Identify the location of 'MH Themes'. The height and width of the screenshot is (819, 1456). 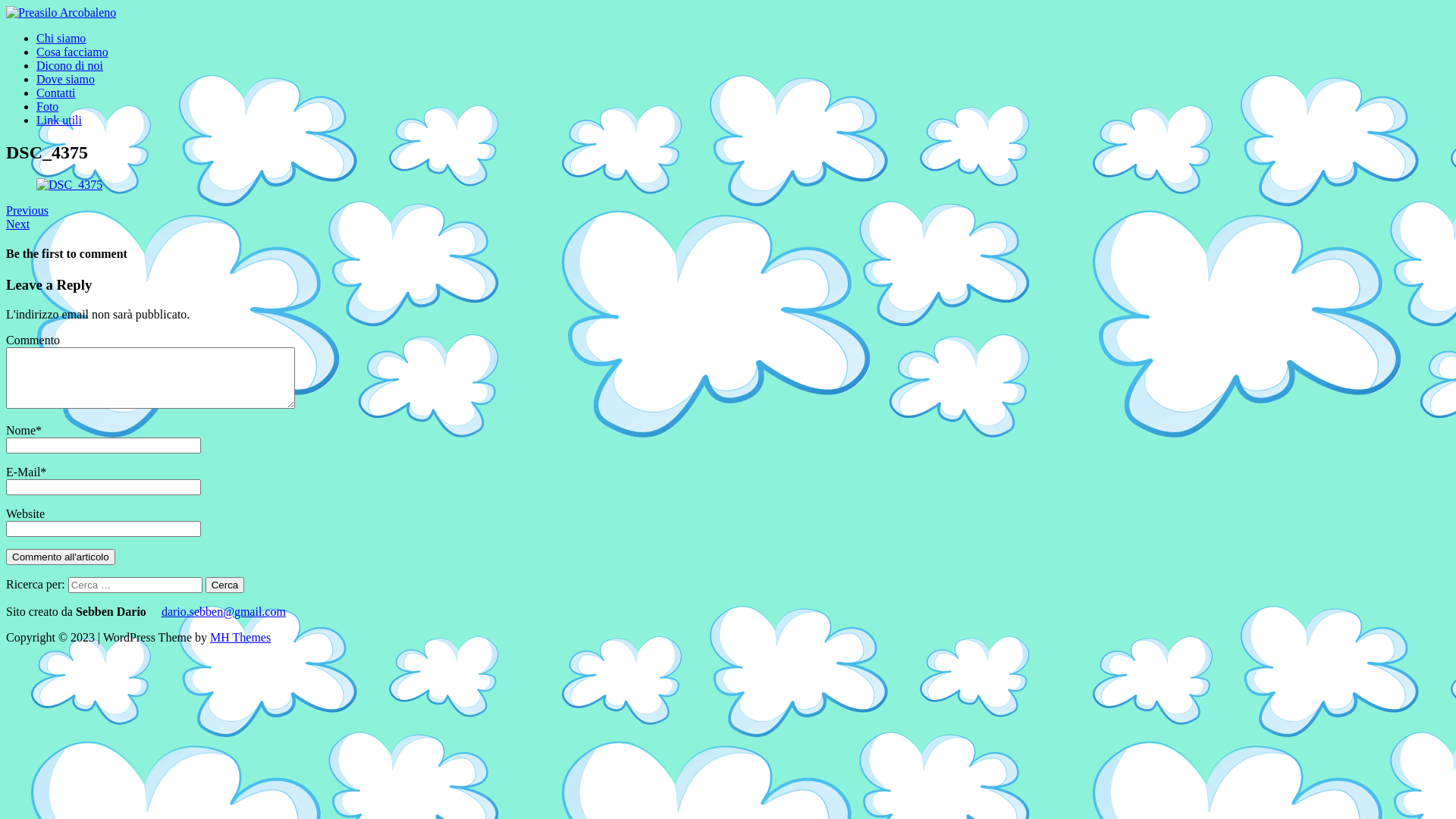
(239, 637).